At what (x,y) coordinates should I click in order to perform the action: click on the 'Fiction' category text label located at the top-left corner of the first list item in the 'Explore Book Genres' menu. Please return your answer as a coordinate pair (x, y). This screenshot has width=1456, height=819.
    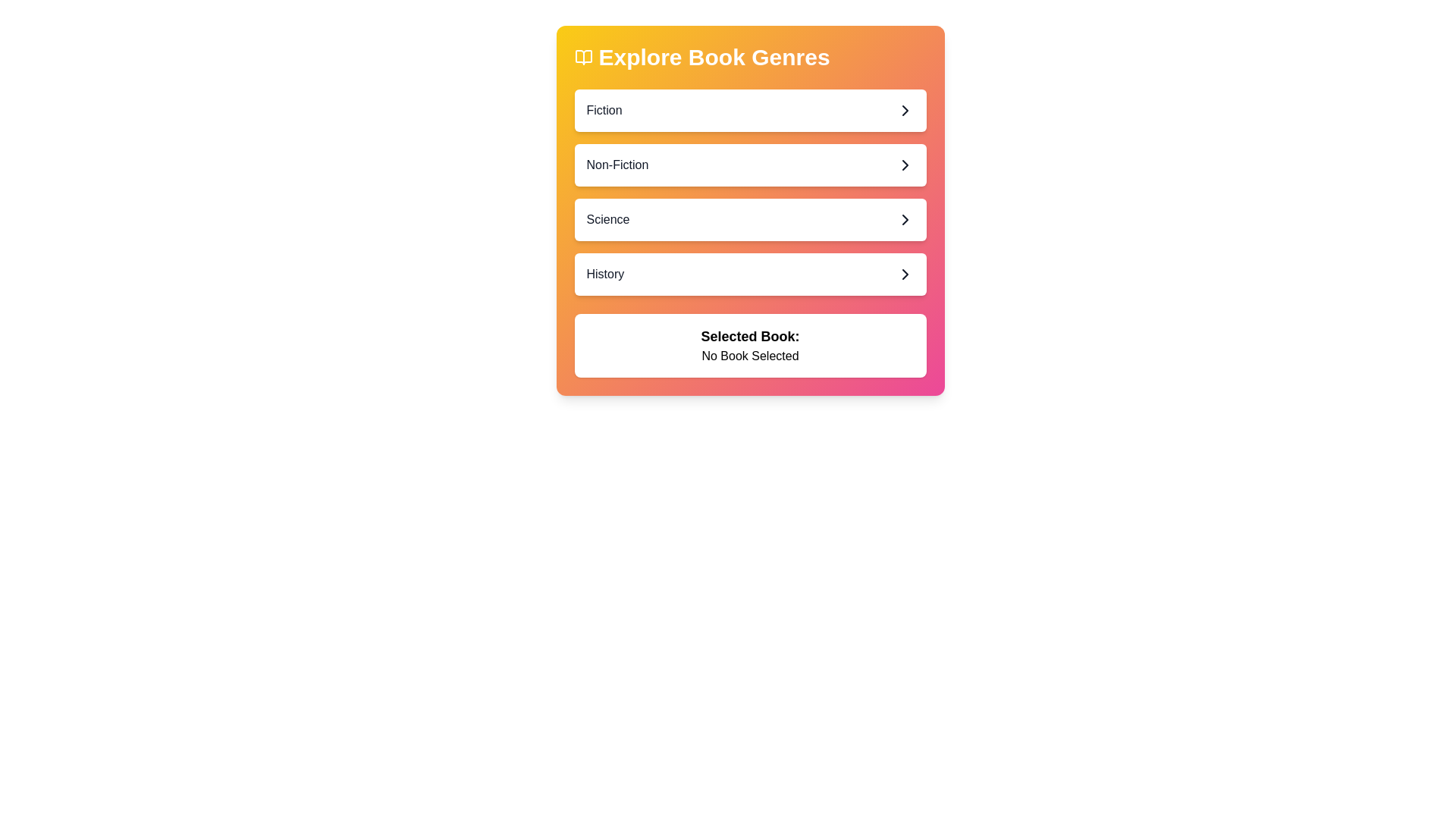
    Looking at the image, I should click on (603, 110).